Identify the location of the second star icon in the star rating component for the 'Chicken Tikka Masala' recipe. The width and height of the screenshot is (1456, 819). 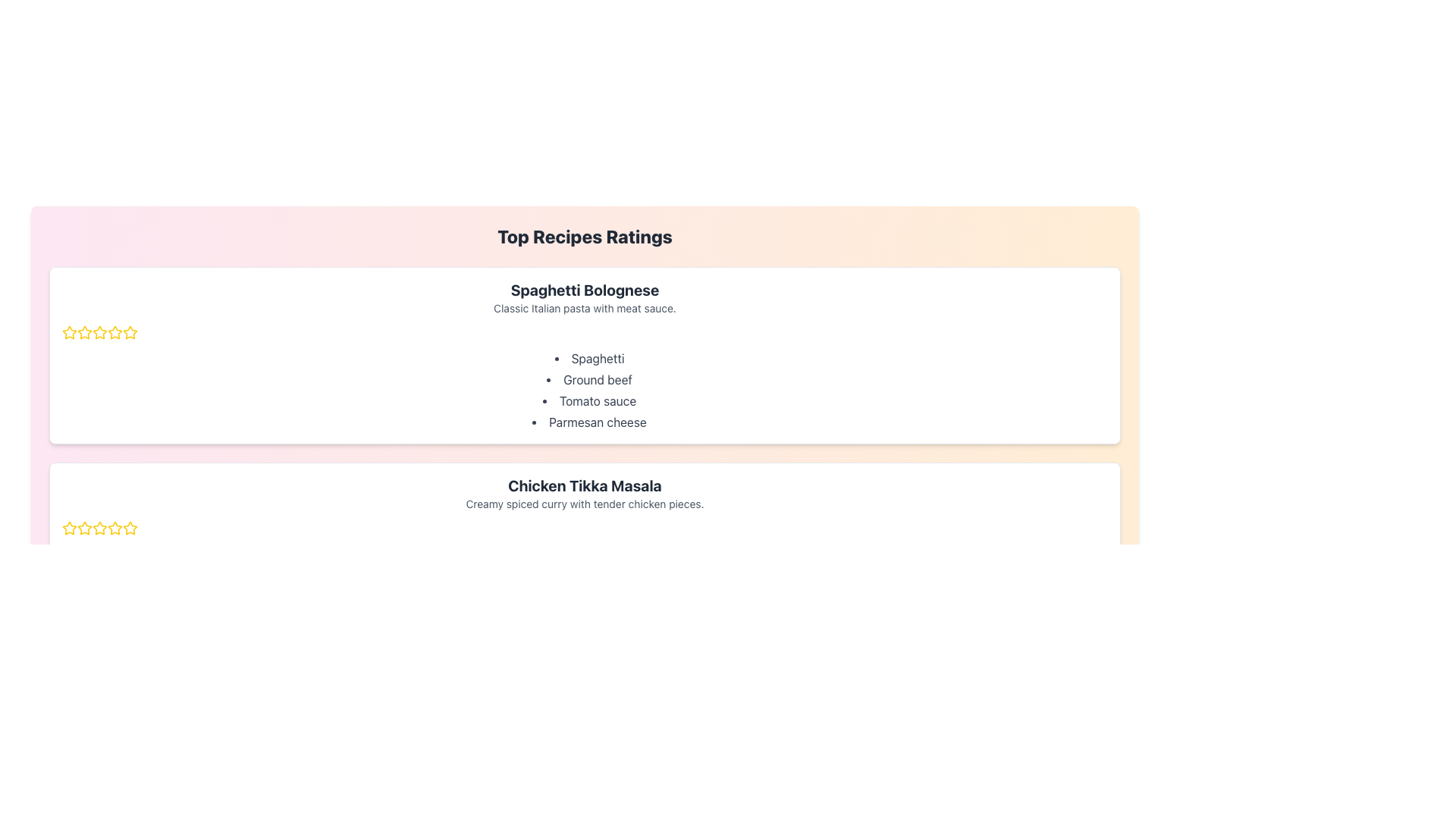
(99, 527).